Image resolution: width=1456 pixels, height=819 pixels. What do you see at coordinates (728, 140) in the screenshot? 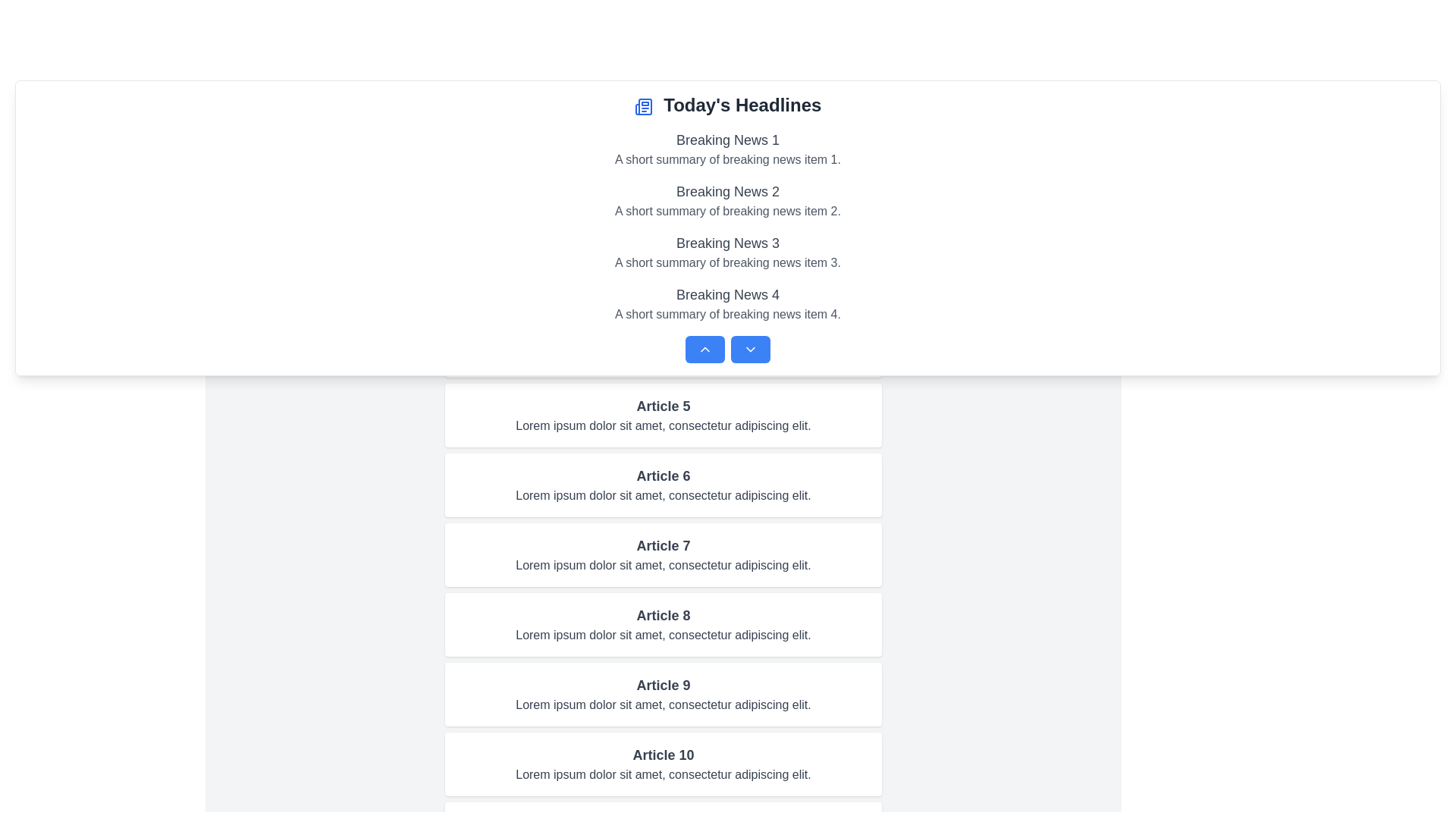
I see `the text label that reads 'Breaking News 1'` at bounding box center [728, 140].